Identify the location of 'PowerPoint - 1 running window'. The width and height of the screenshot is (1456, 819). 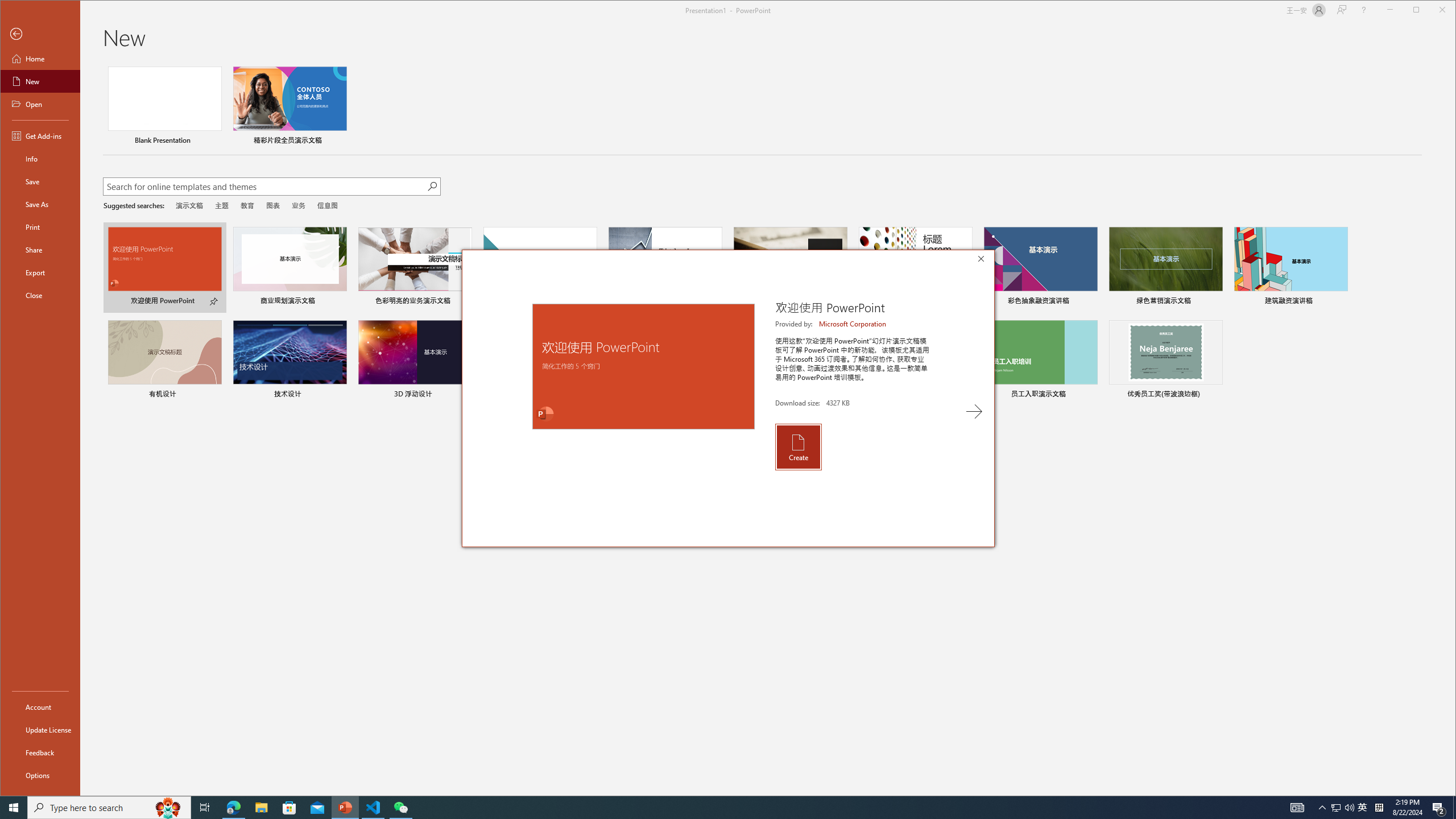
(345, 806).